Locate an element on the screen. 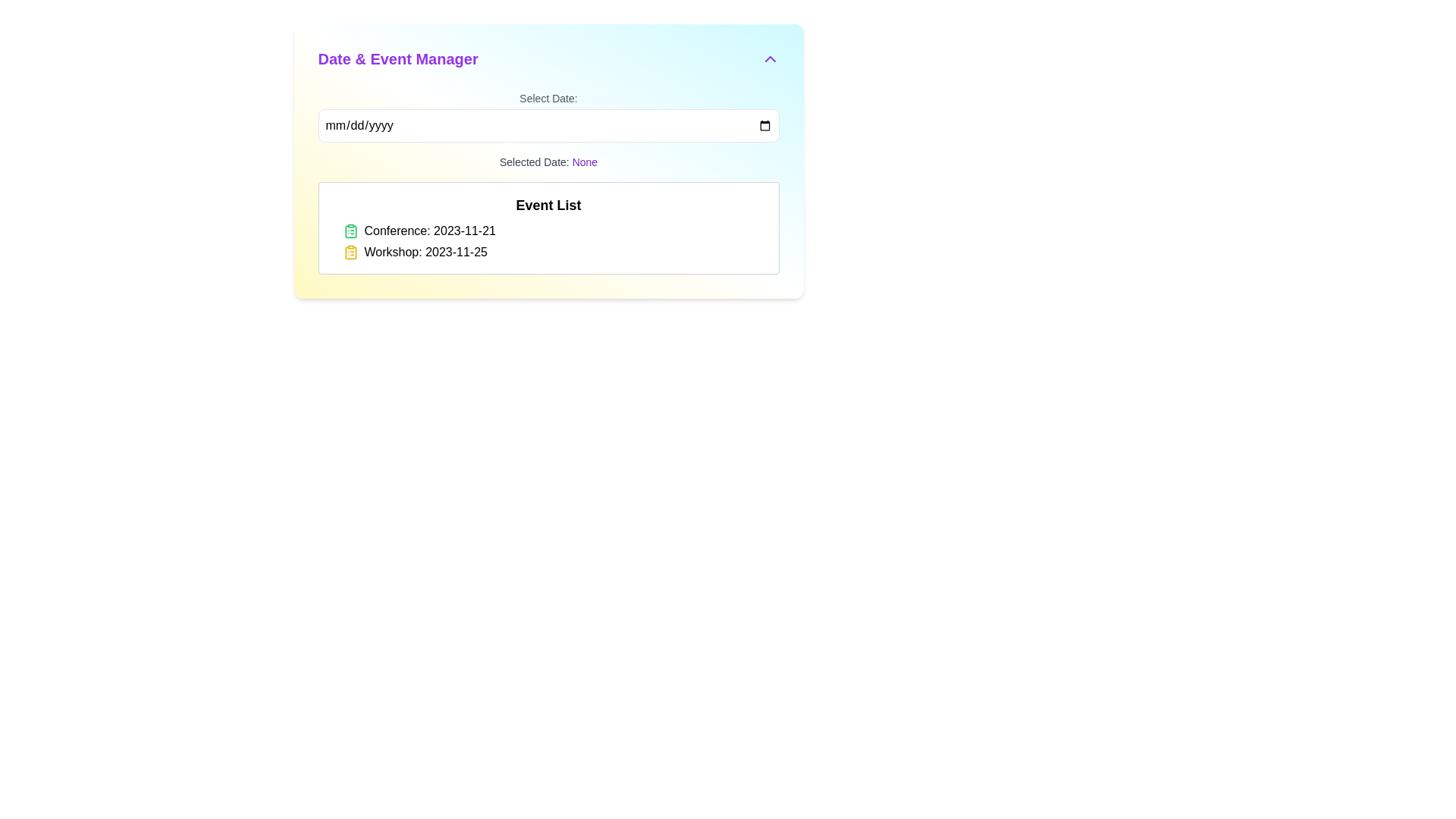  provided event information from the list of events displayed in the lower part of the 'Event List' section beneath the title 'Event List' is located at coordinates (548, 241).